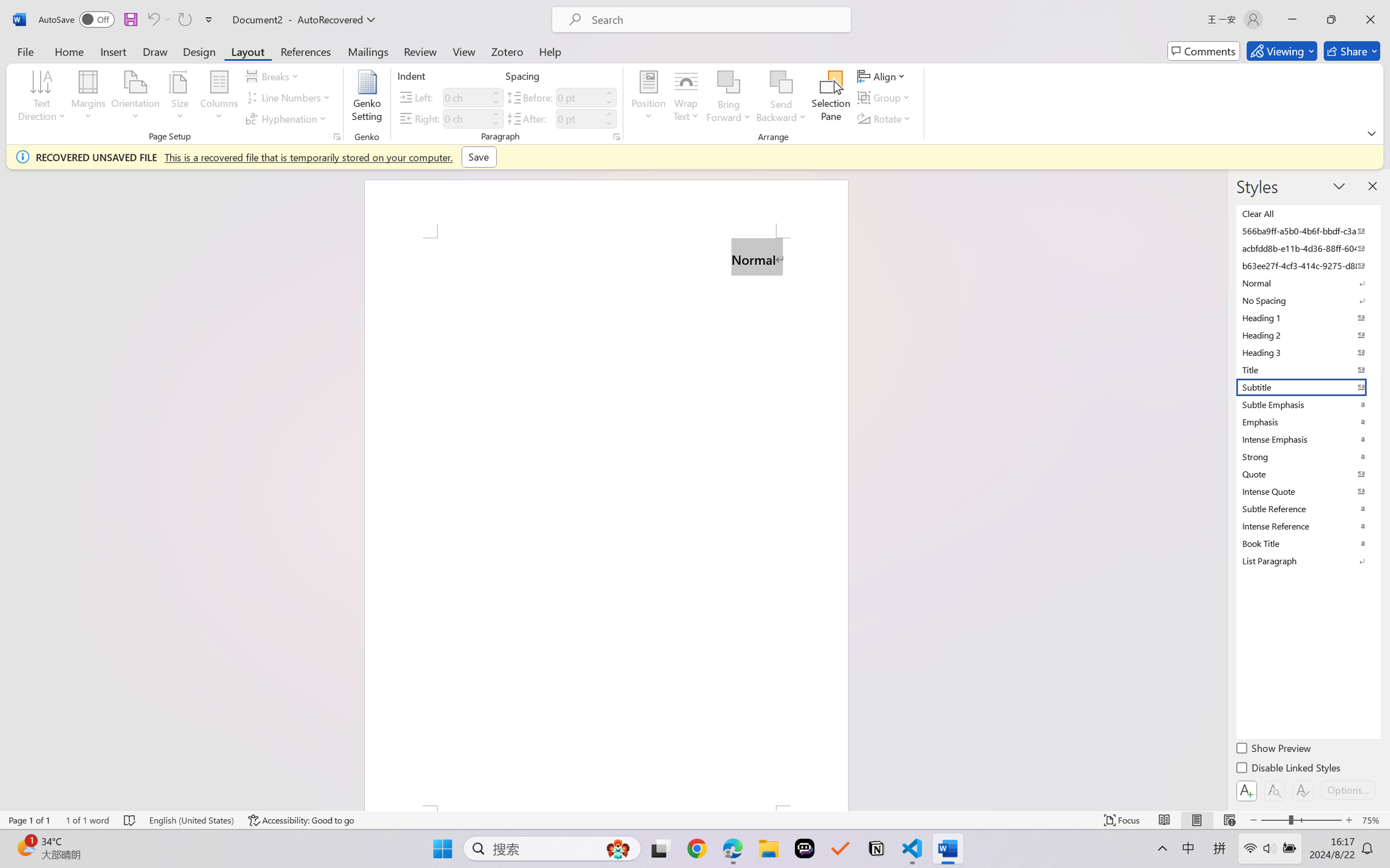 Image resolution: width=1390 pixels, height=868 pixels. I want to click on 'Rotate', so click(885, 119).